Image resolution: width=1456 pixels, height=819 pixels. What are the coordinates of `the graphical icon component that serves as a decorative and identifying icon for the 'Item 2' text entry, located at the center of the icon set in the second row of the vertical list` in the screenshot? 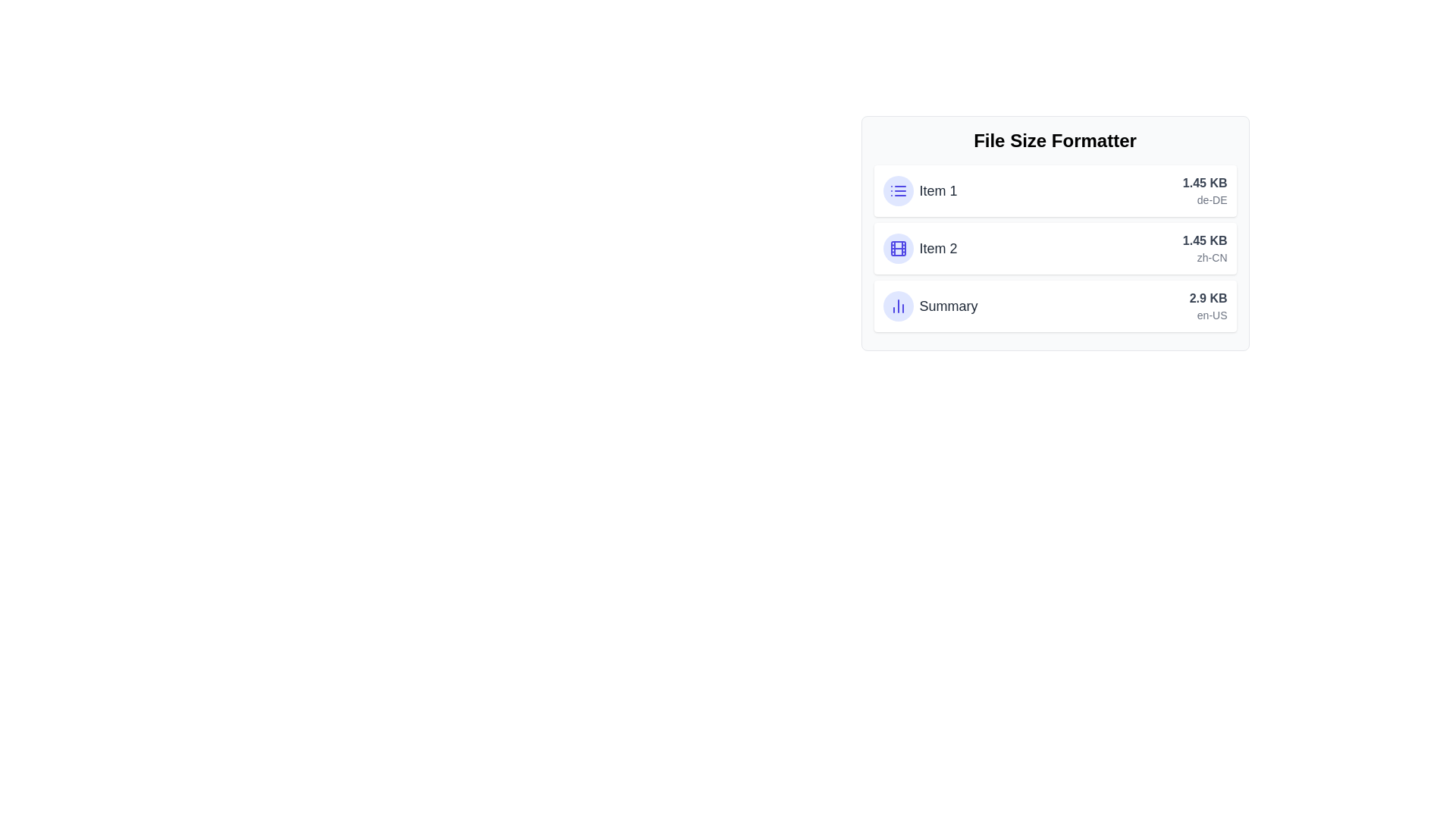 It's located at (898, 247).